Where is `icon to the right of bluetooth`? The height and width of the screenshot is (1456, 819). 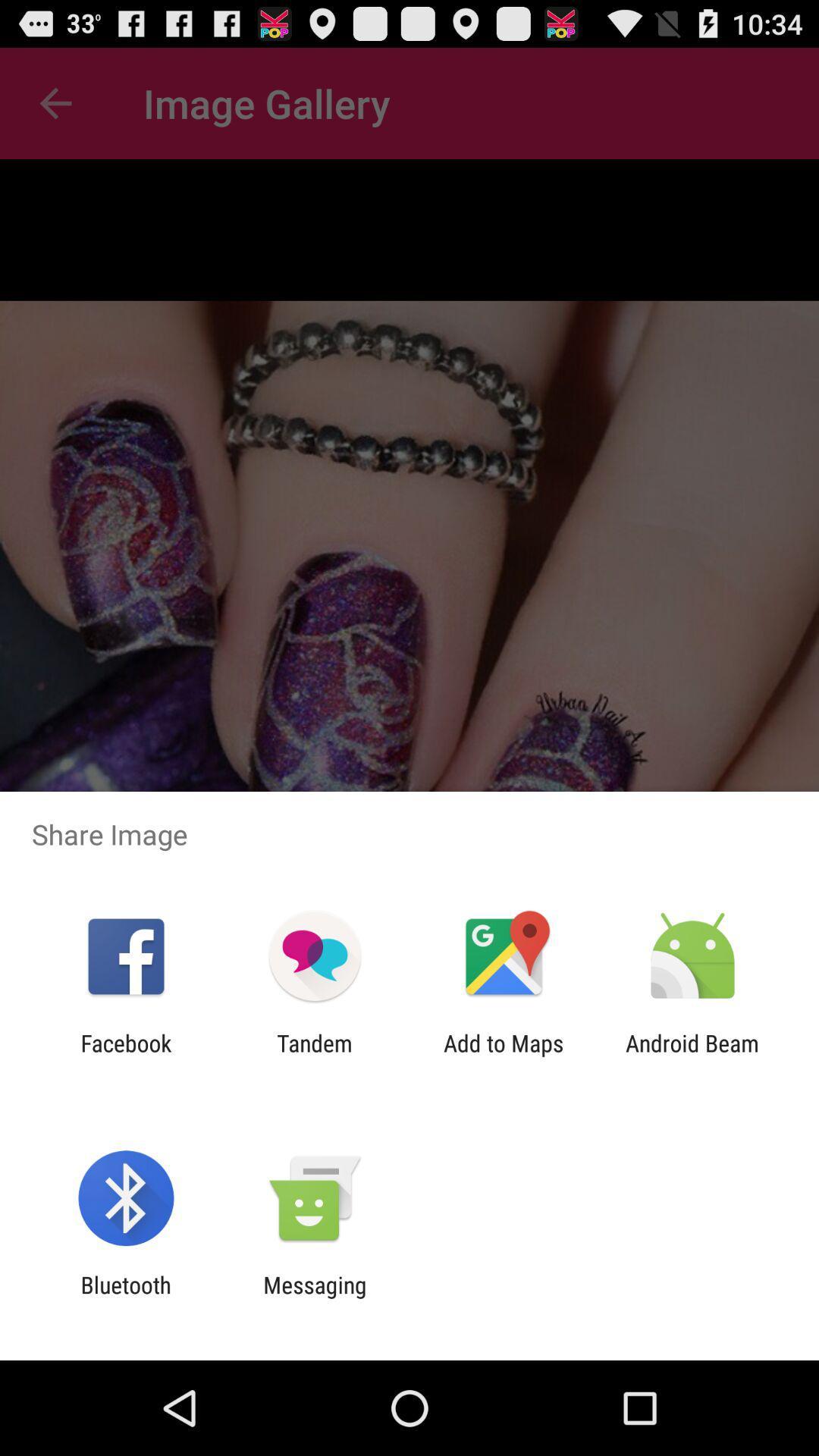 icon to the right of bluetooth is located at coordinates (314, 1298).